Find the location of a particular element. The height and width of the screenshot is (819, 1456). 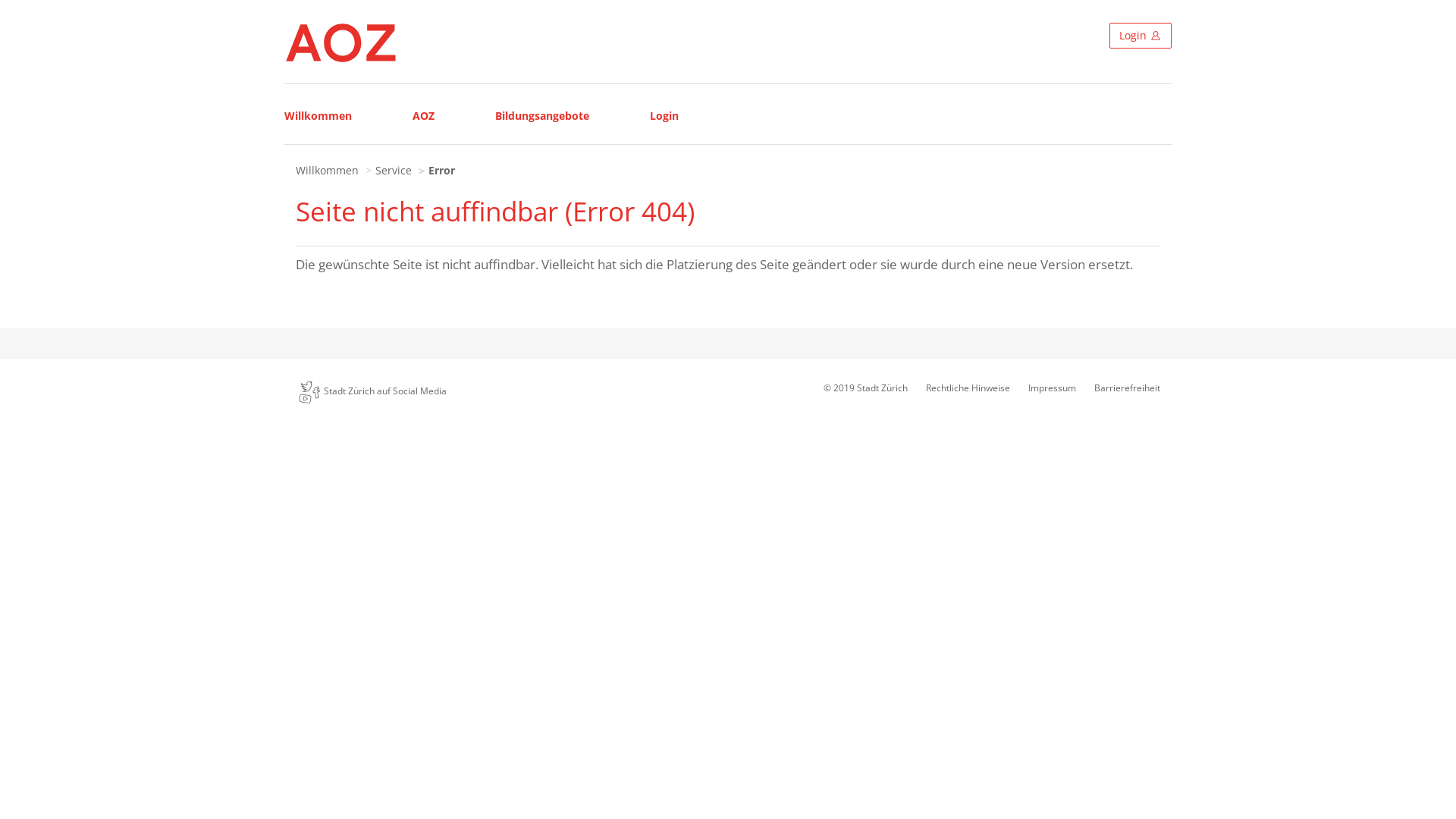

'Login' is located at coordinates (664, 113).